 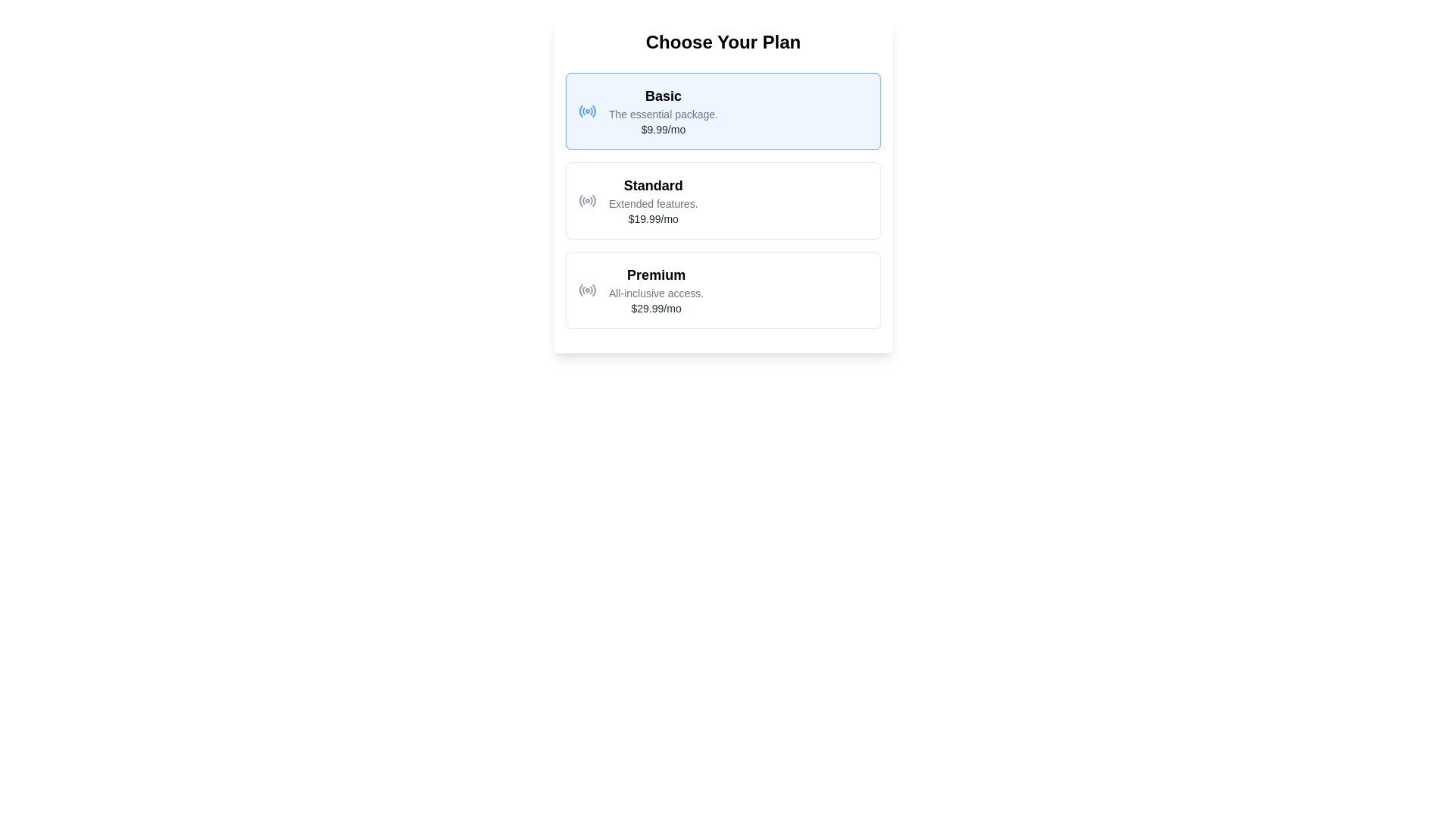 I want to click on the Premium plan option by clicking on the Descriptive Plan Information Block located in the 'Choose Your Plan' interface, so click(x=656, y=290).